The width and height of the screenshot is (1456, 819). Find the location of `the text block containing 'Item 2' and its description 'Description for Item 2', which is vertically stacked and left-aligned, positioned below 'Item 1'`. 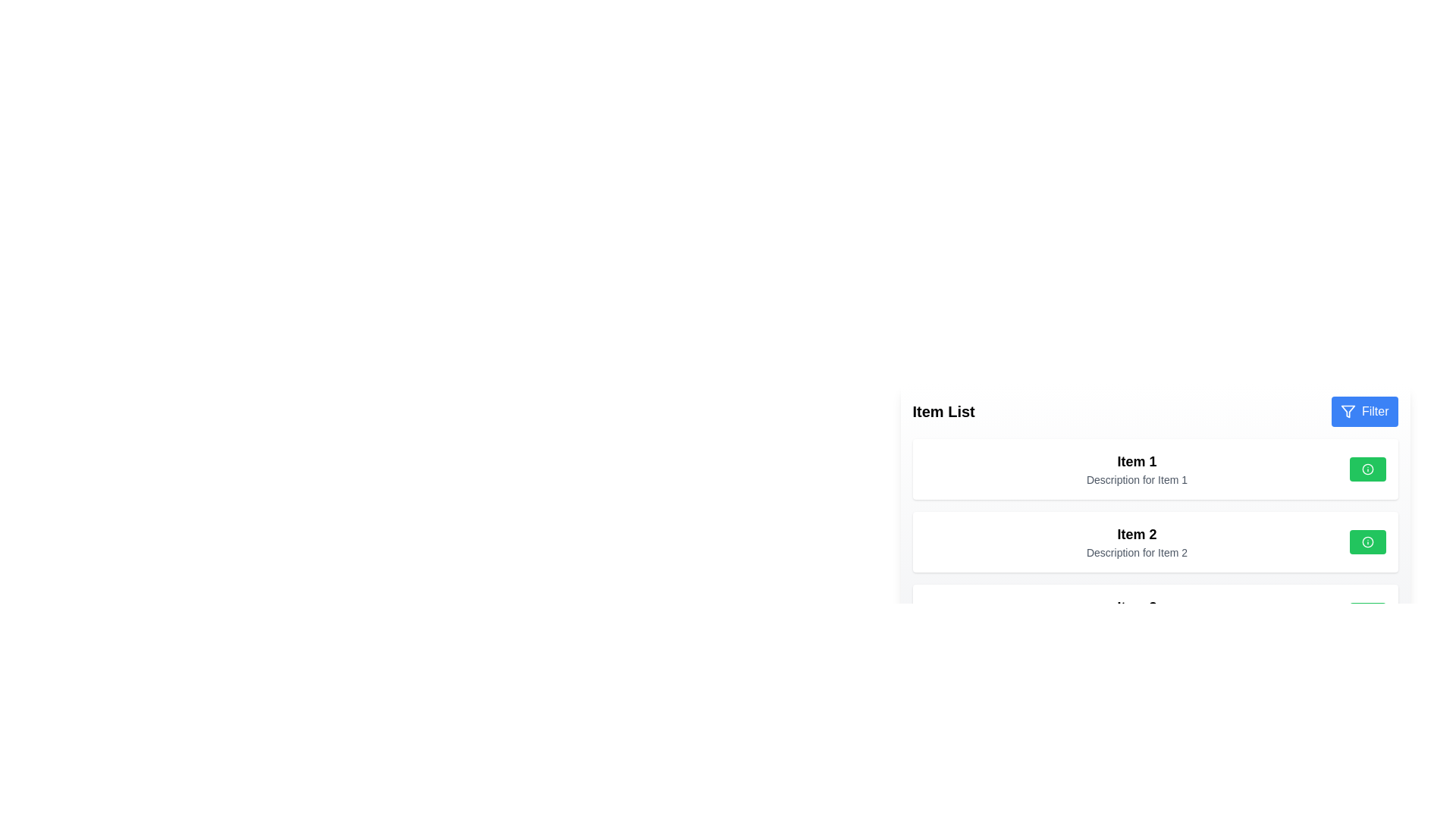

the text block containing 'Item 2' and its description 'Description for Item 2', which is vertically stacked and left-aligned, positioned below 'Item 1' is located at coordinates (1137, 541).